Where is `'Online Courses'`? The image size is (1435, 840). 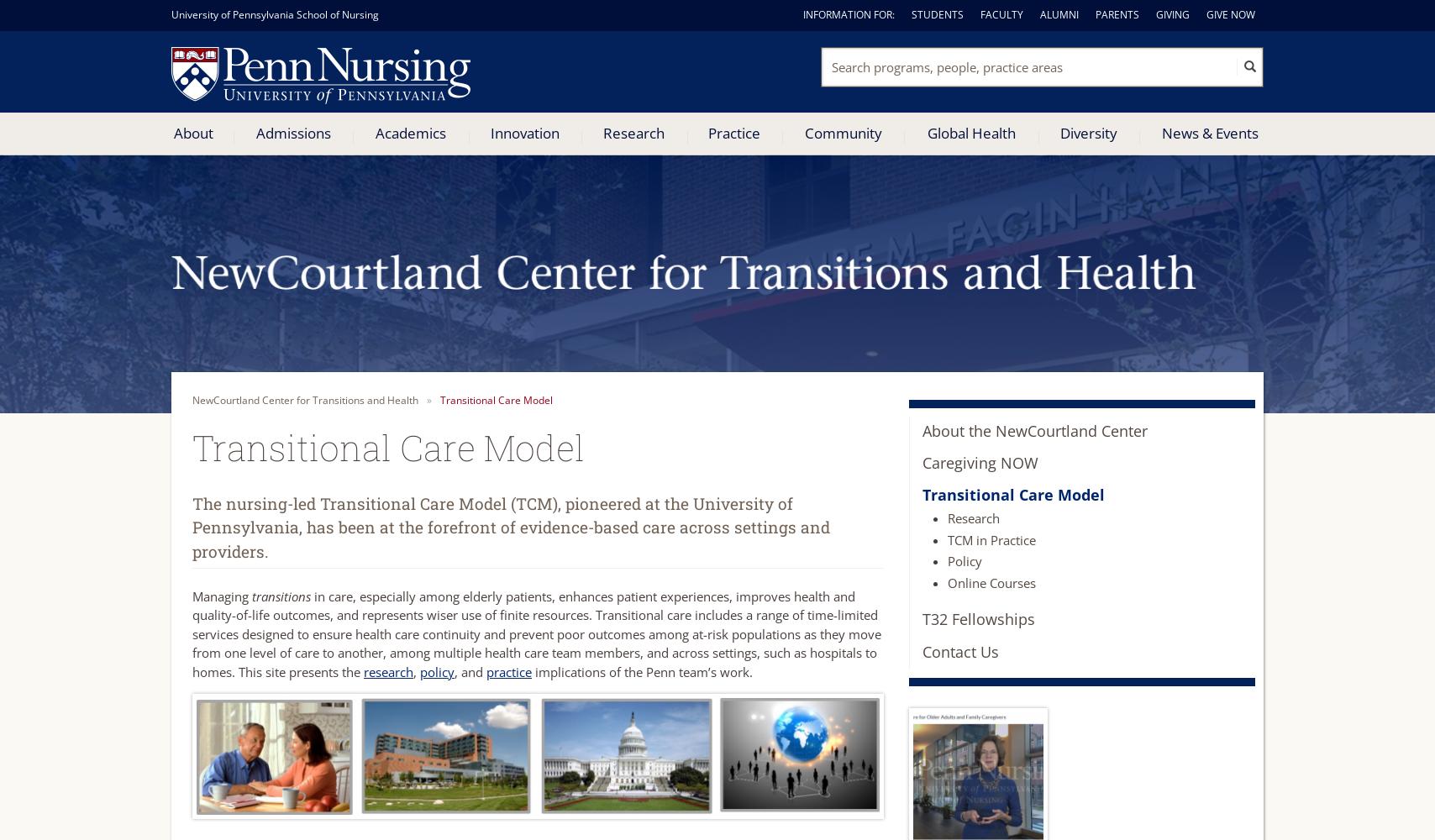
'Online Courses' is located at coordinates (991, 582).